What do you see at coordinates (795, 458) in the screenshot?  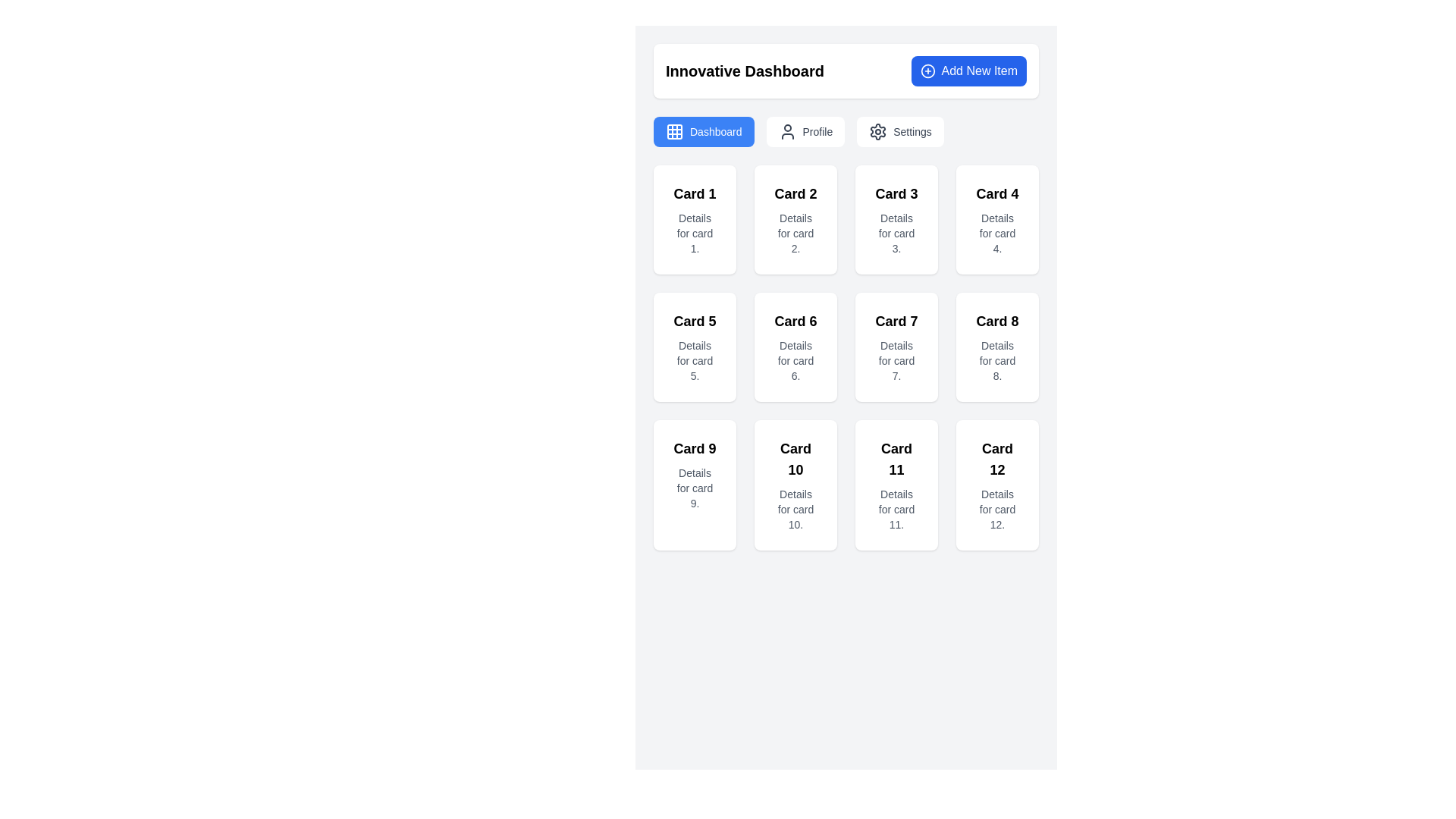 I see `on the text block displaying 'Card 10' located in the card layout, specifically as the first line of text content in the third row and second column` at bounding box center [795, 458].